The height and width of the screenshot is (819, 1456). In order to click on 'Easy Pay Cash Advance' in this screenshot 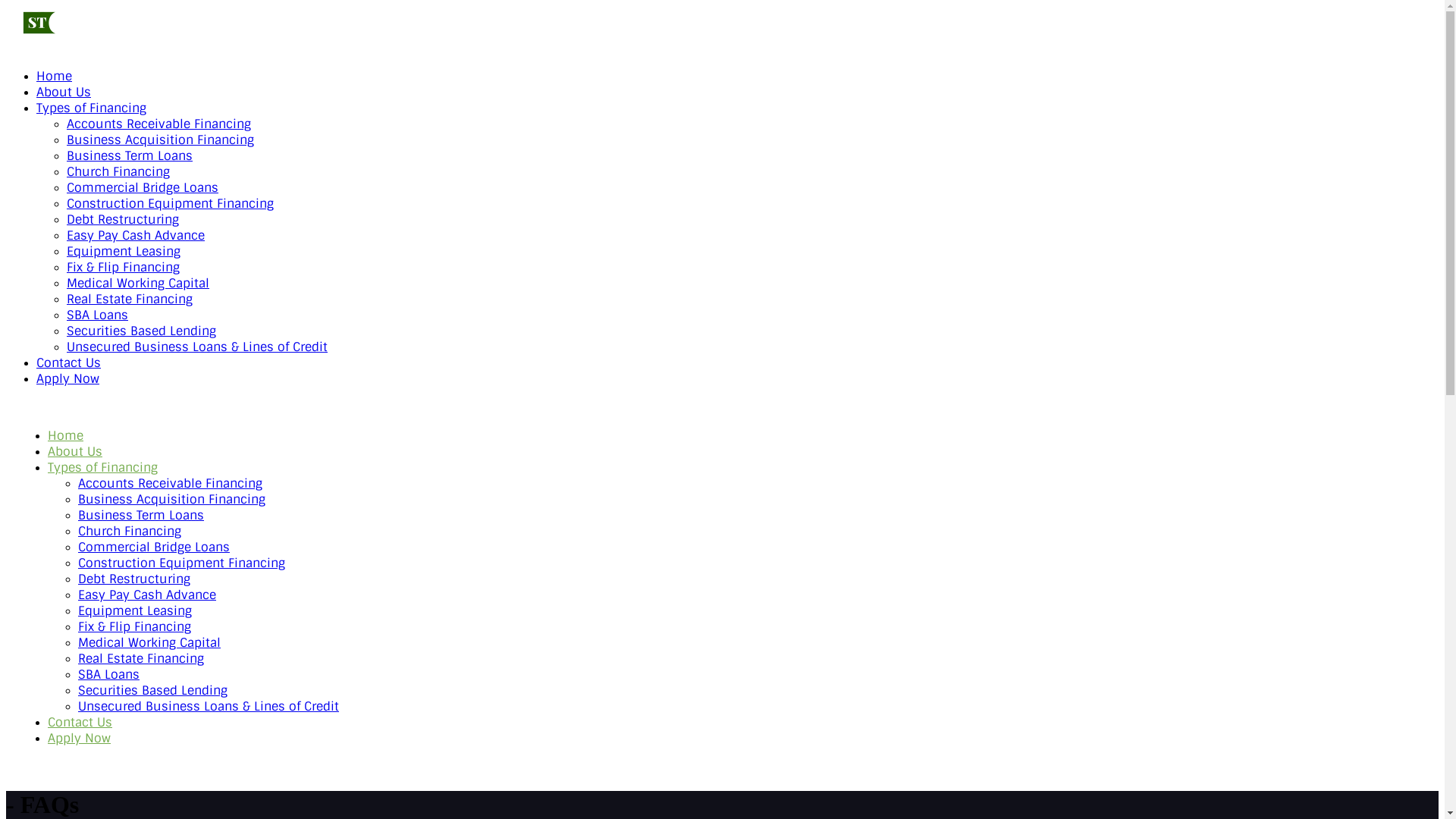, I will do `click(135, 235)`.